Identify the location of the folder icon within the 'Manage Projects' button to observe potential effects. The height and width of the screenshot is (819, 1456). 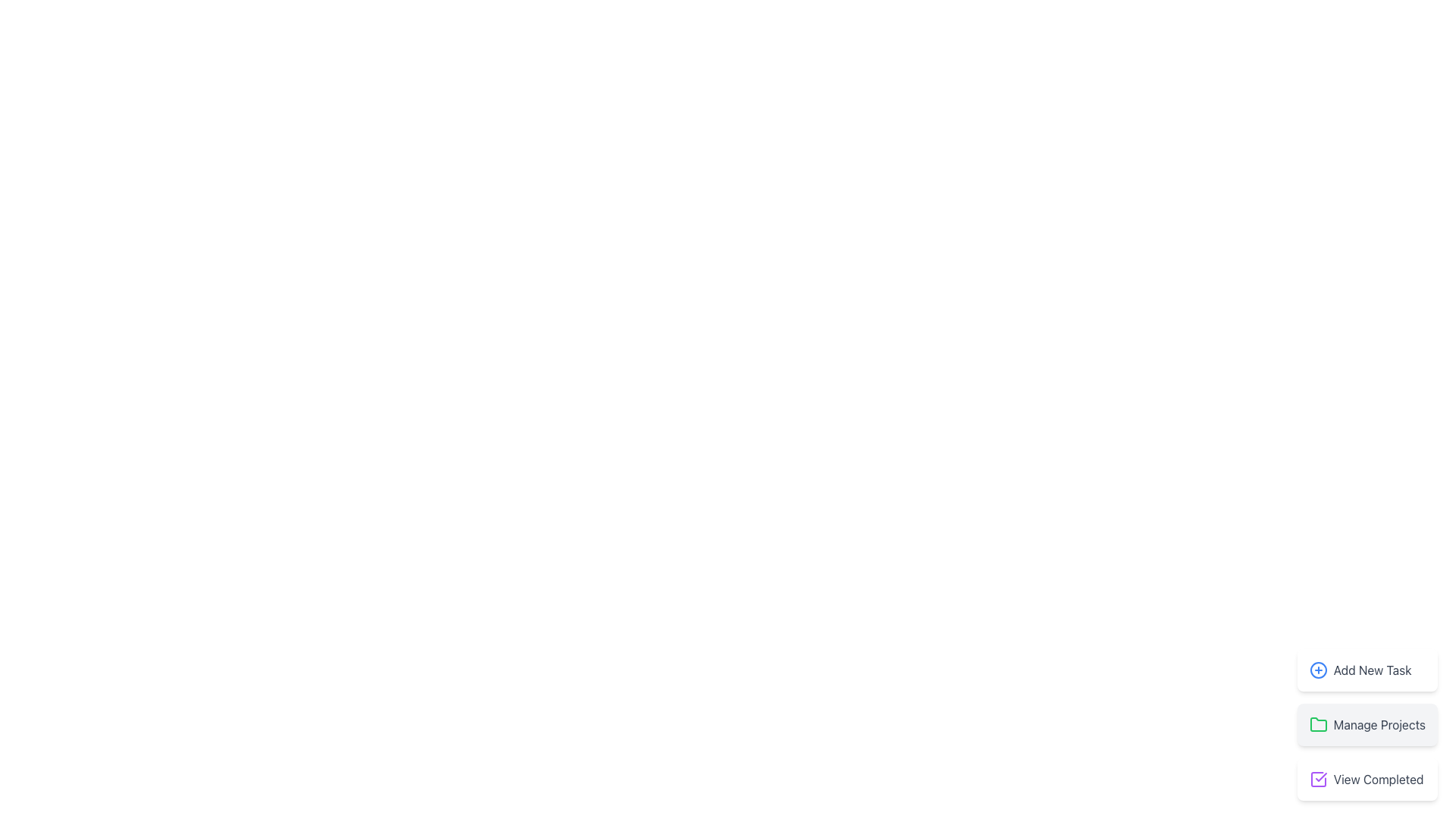
(1317, 723).